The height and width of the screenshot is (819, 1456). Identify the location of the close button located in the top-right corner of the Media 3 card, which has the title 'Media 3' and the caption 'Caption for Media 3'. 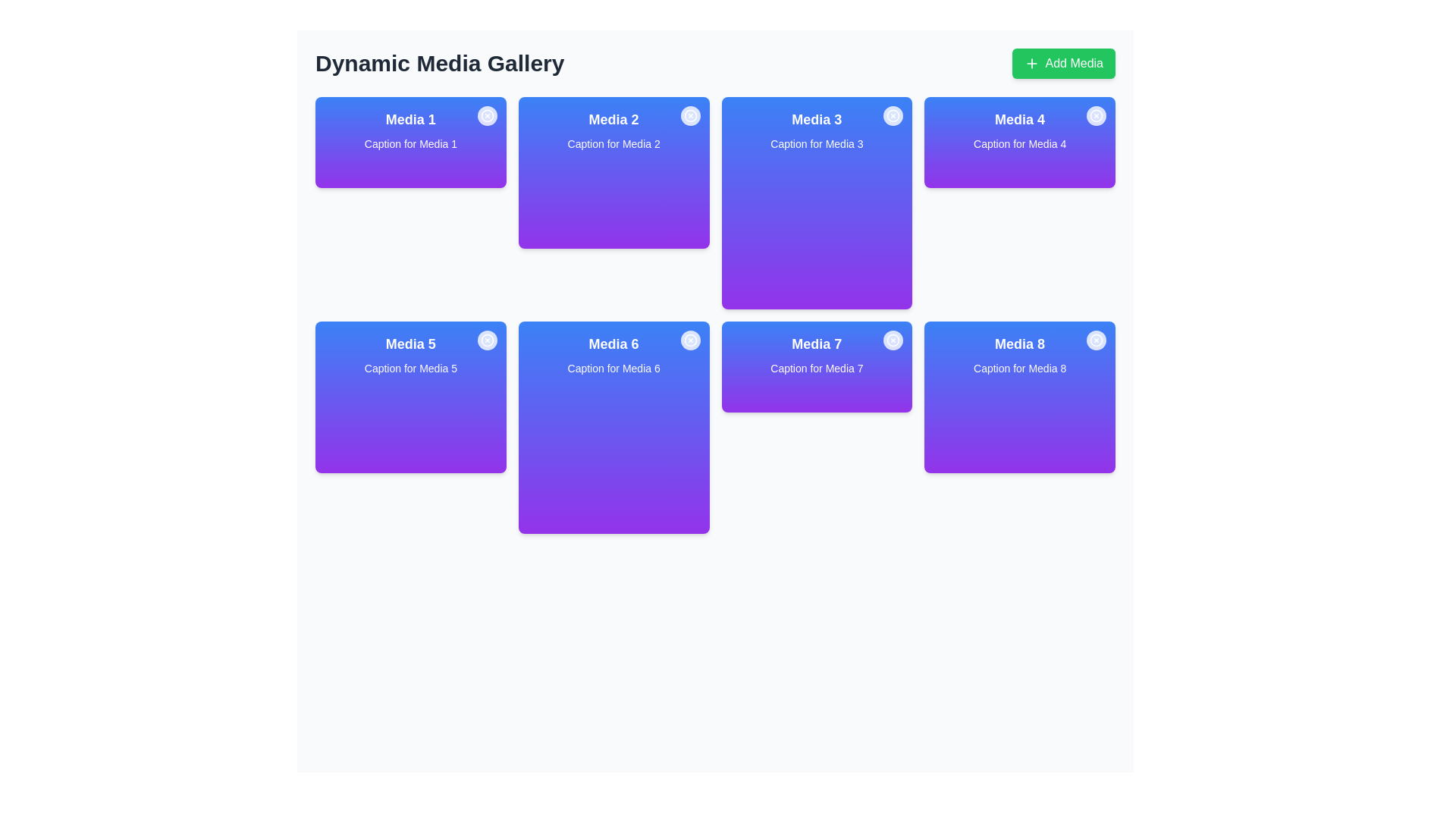
(893, 116).